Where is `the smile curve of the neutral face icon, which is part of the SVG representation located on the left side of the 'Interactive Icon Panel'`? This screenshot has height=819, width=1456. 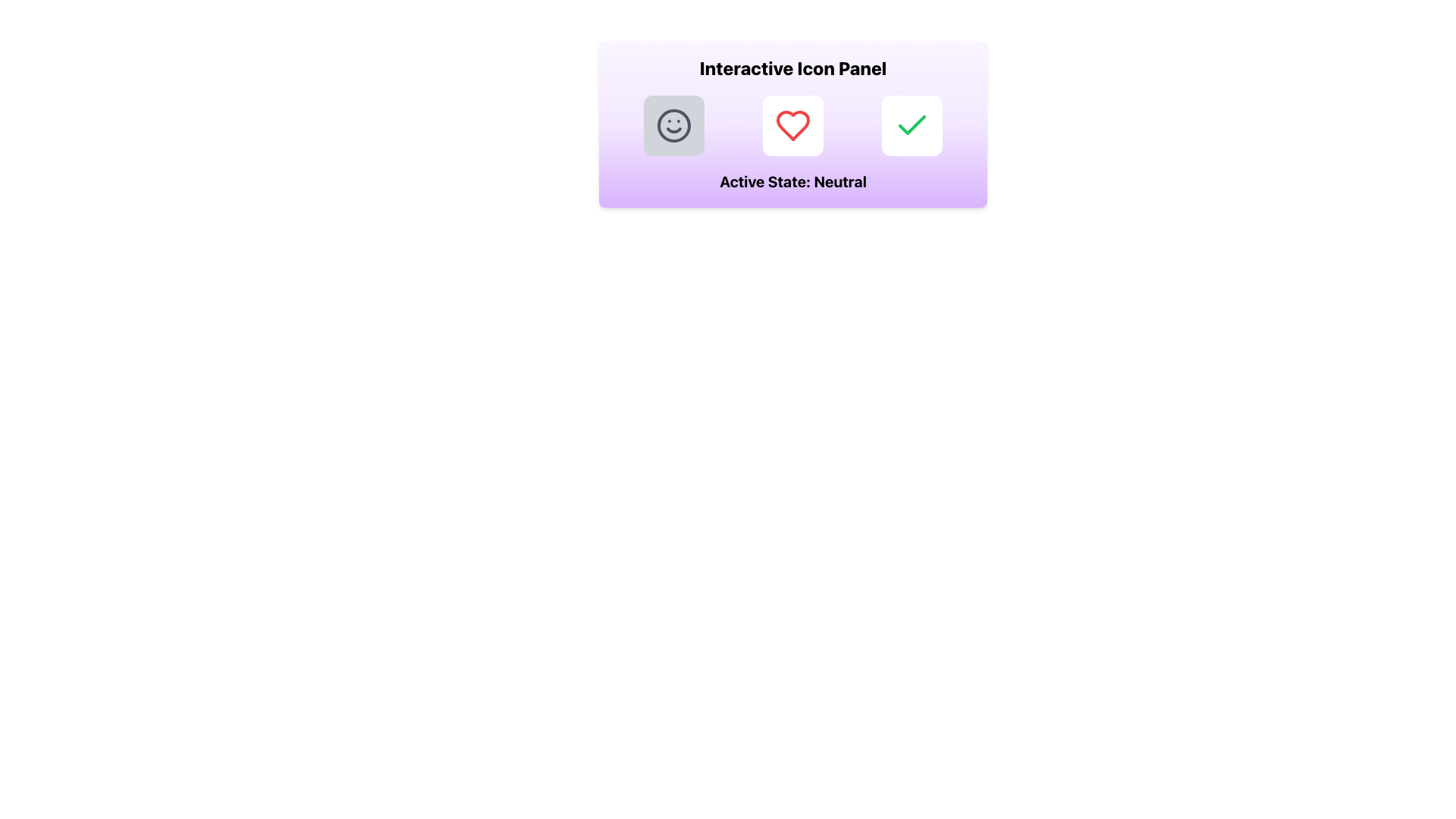 the smile curve of the neutral face icon, which is part of the SVG representation located on the left side of the 'Interactive Icon Panel' is located at coordinates (673, 130).